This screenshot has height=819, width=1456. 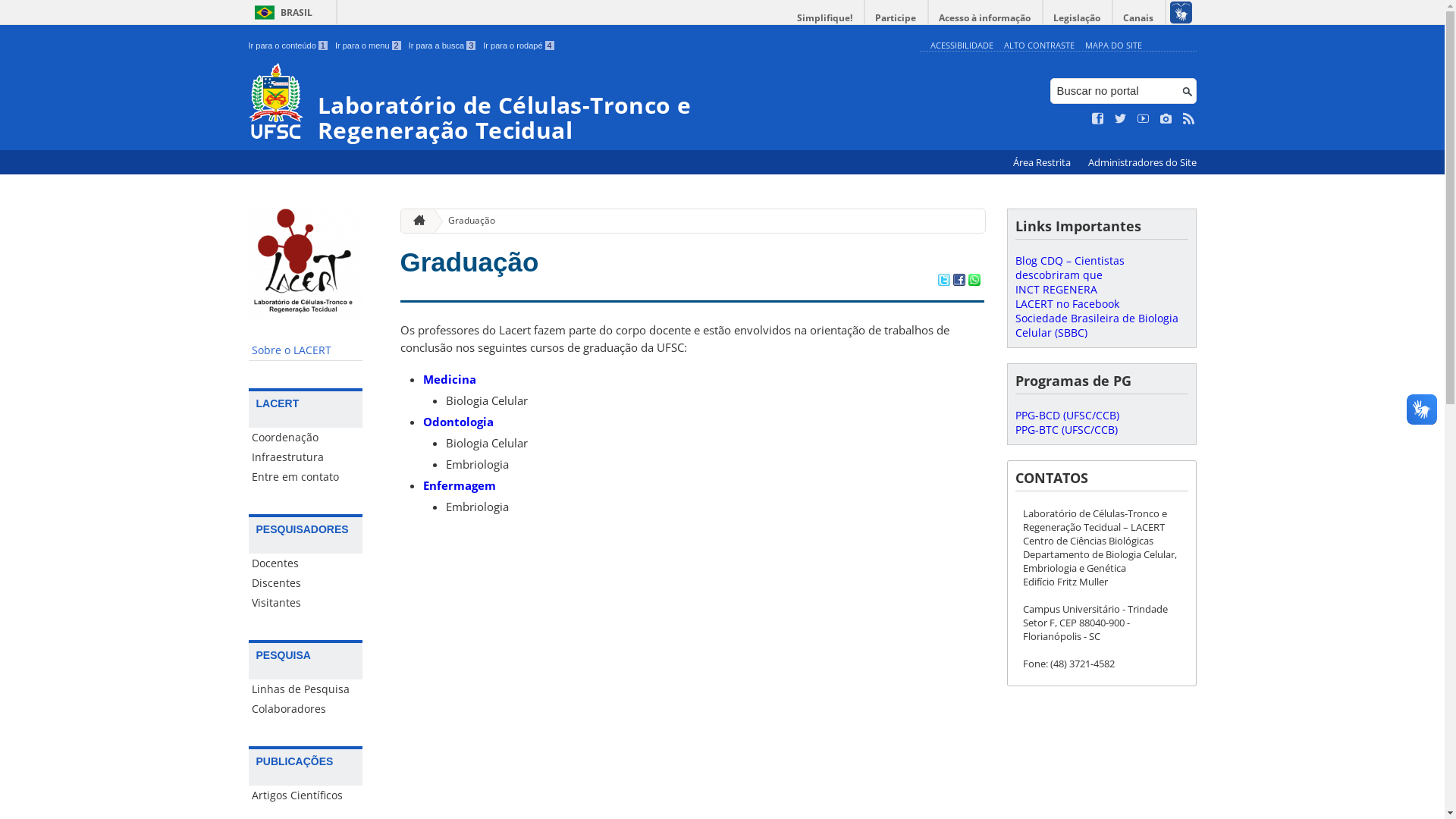 What do you see at coordinates (305, 456) in the screenshot?
I see `'Infraestrutura'` at bounding box center [305, 456].